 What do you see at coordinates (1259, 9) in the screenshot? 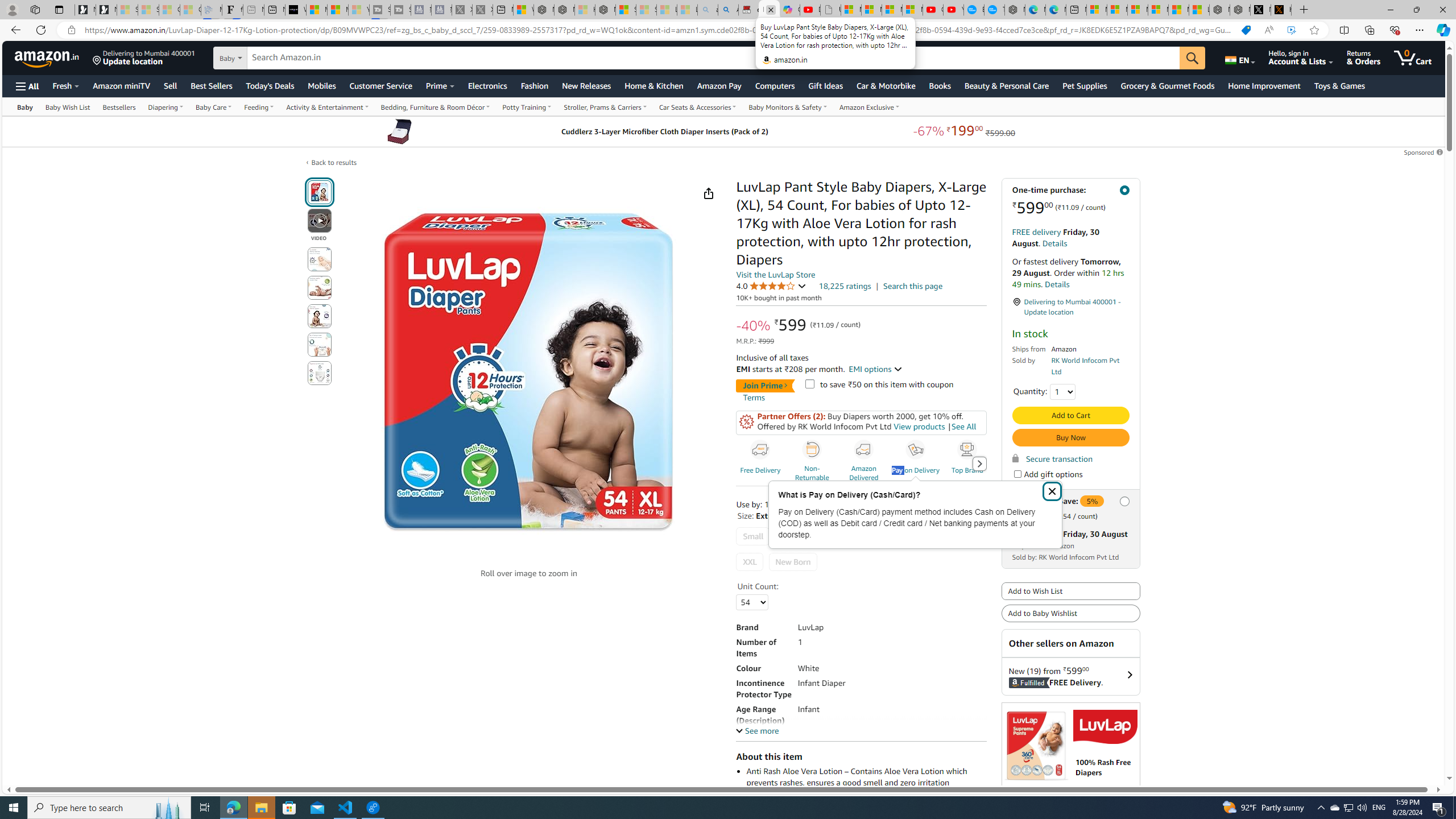
I see `'Nordace (@NordaceOfficial) / X'` at bounding box center [1259, 9].